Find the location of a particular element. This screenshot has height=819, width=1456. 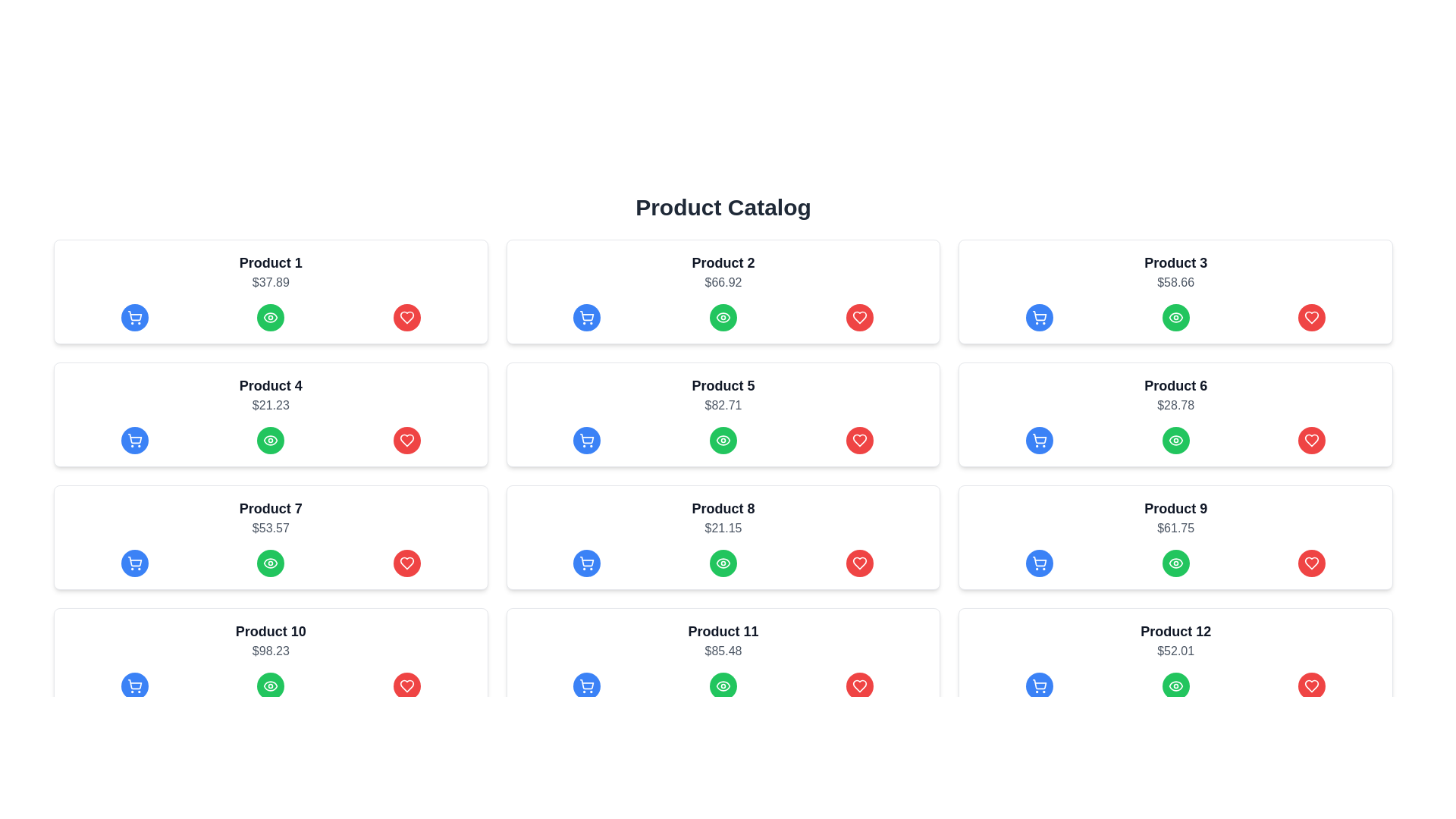

the red heart-shaped vector icon located at the bottom right corner of the 'Product 4' card, aligned with other action icons is located at coordinates (406, 317).